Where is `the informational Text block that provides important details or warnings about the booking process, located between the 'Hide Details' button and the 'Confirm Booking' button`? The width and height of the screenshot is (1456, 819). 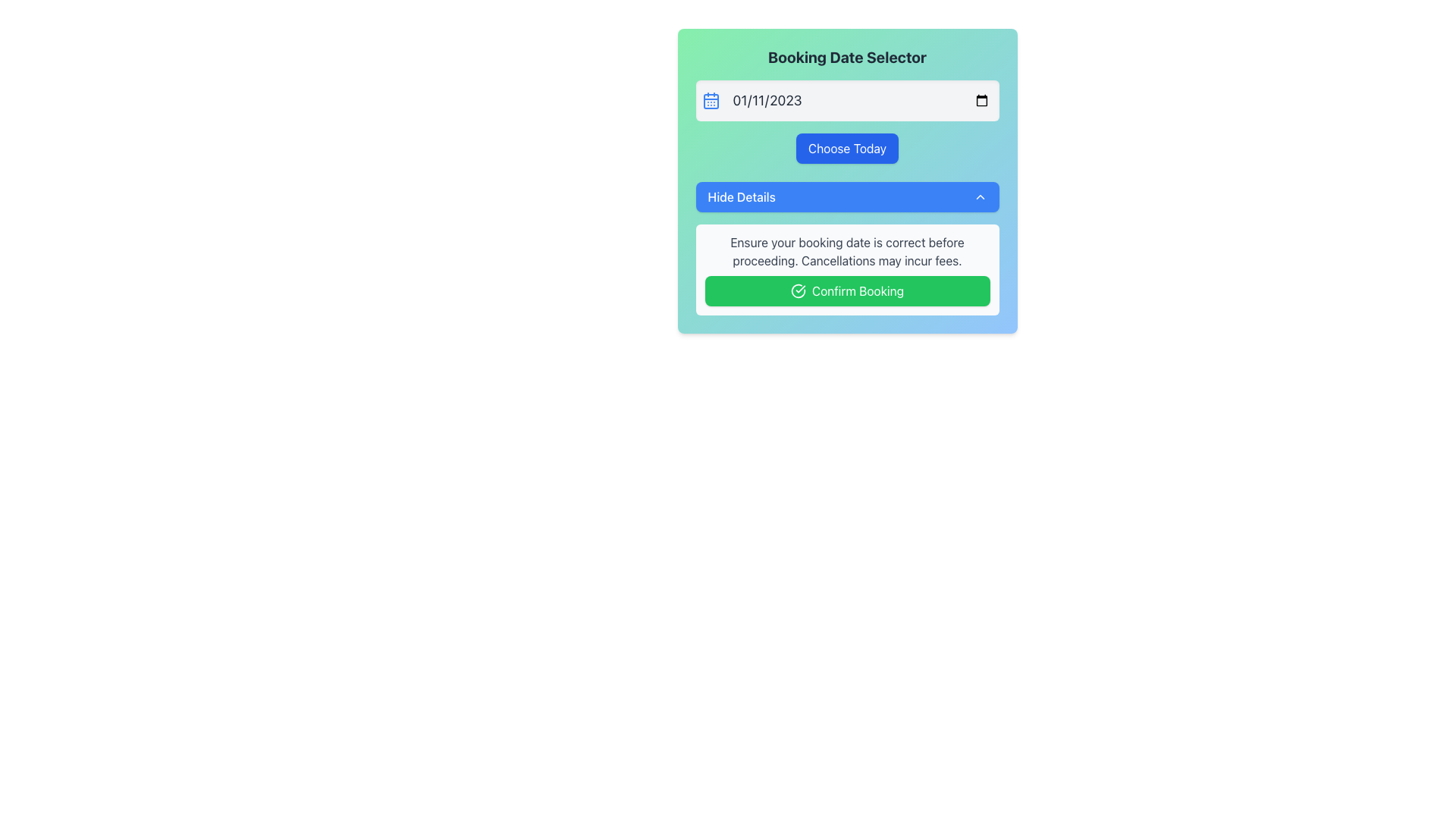 the informational Text block that provides important details or warnings about the booking process, located between the 'Hide Details' button and the 'Confirm Booking' button is located at coordinates (846, 250).